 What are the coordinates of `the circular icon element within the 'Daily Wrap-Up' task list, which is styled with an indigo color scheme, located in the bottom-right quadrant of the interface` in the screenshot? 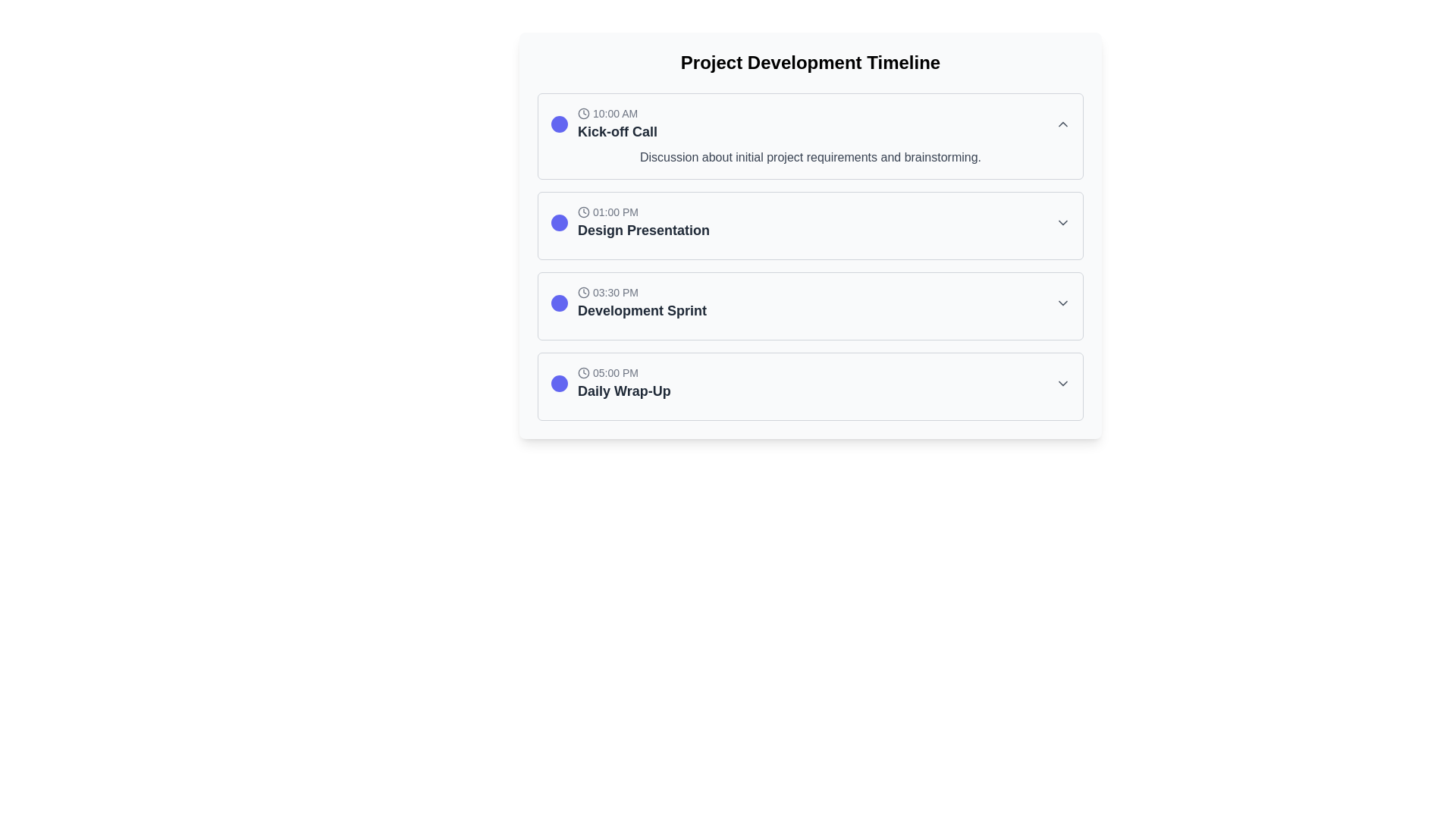 It's located at (559, 382).